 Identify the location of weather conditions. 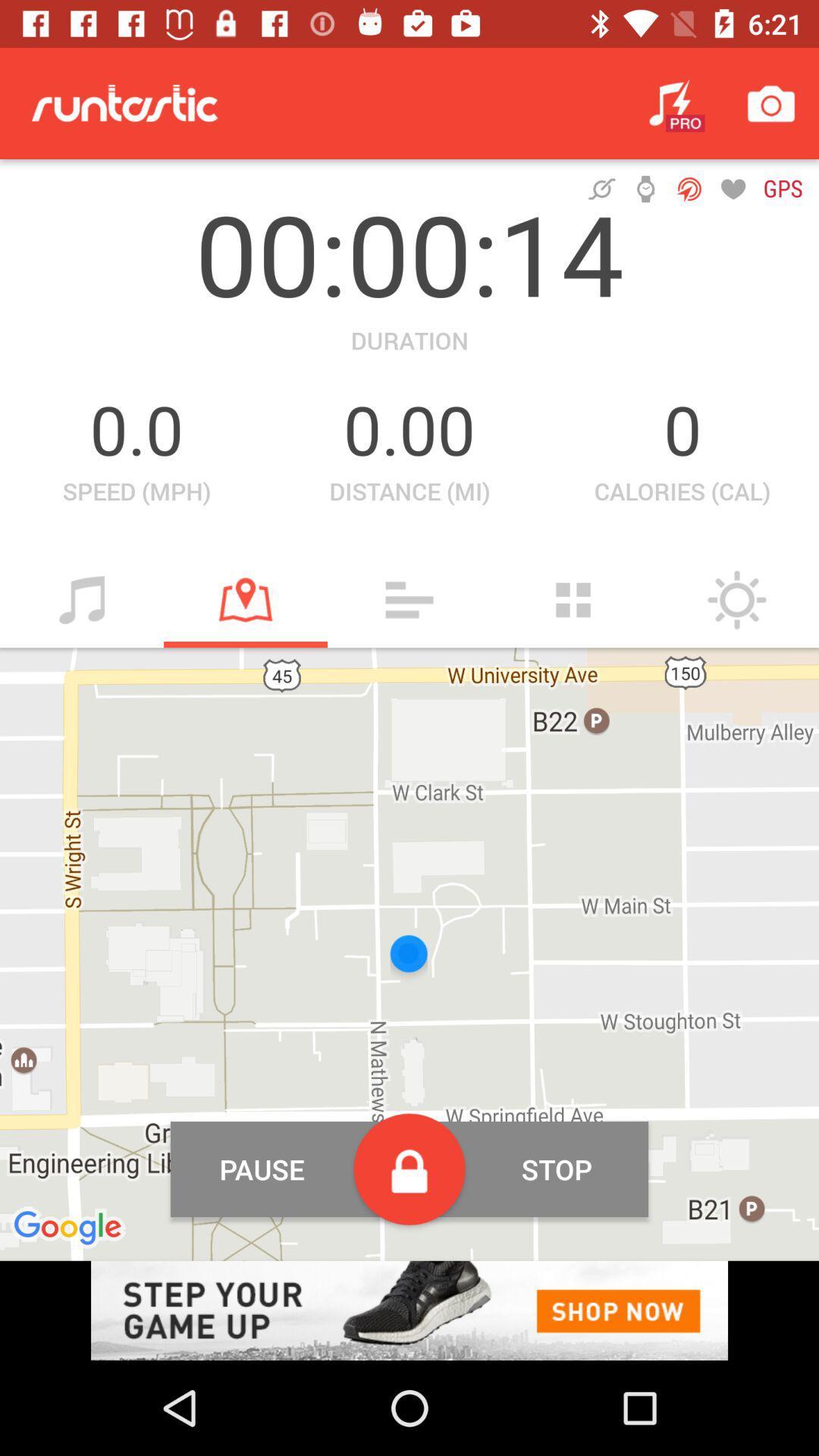
(736, 599).